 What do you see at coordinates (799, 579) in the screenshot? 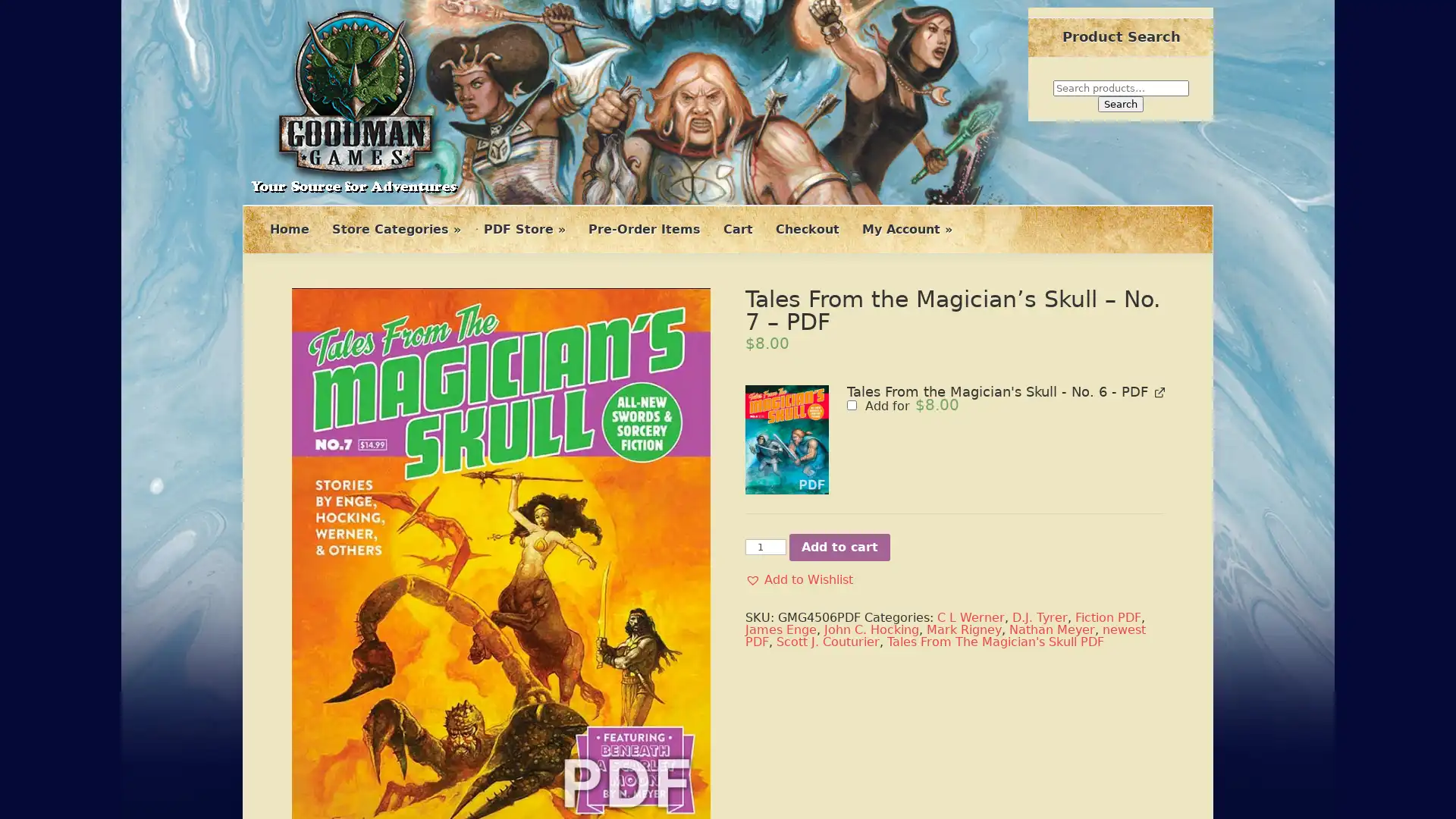
I see `Add to Wishlist` at bounding box center [799, 579].